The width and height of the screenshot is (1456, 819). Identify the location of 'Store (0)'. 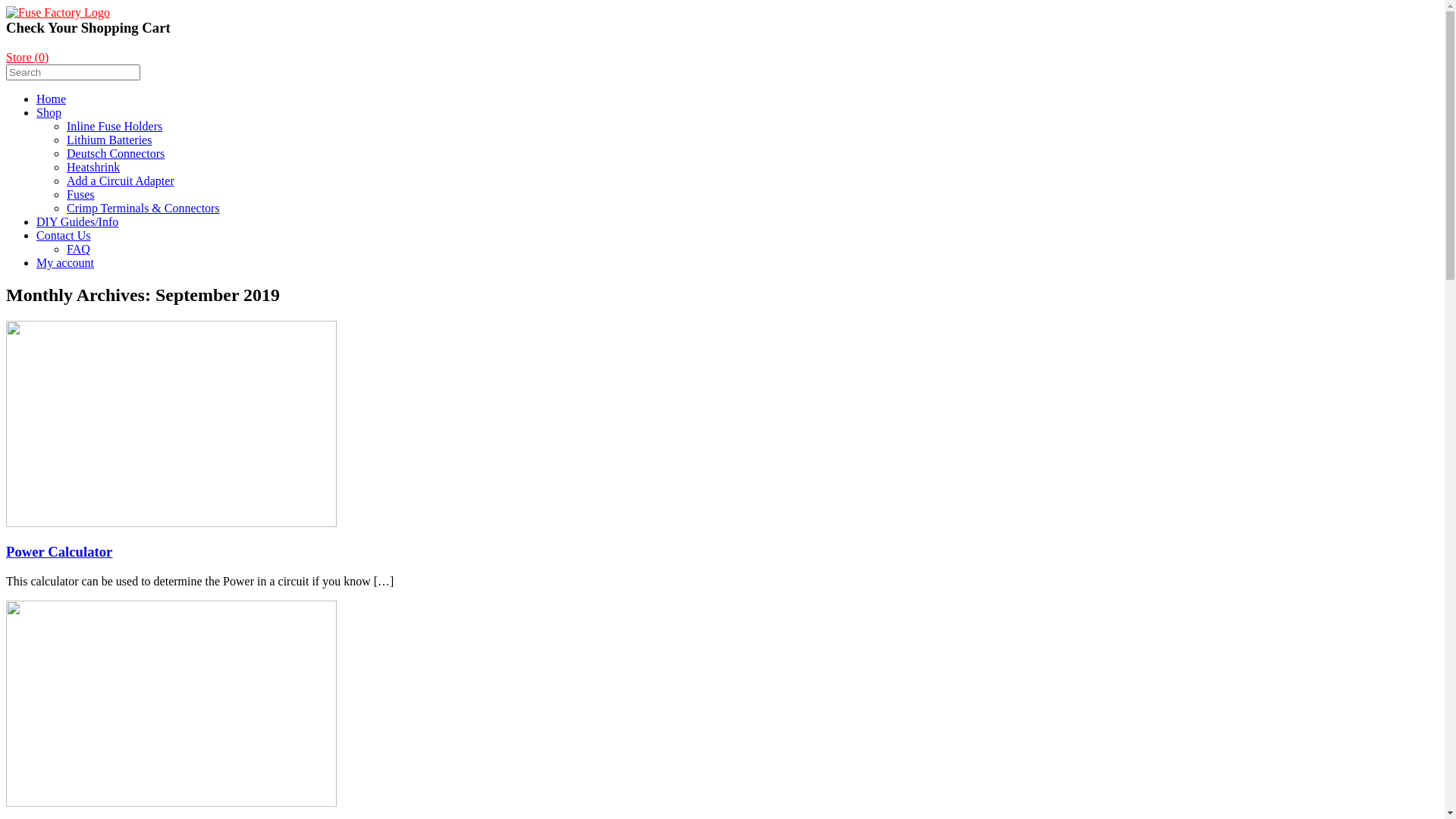
(27, 56).